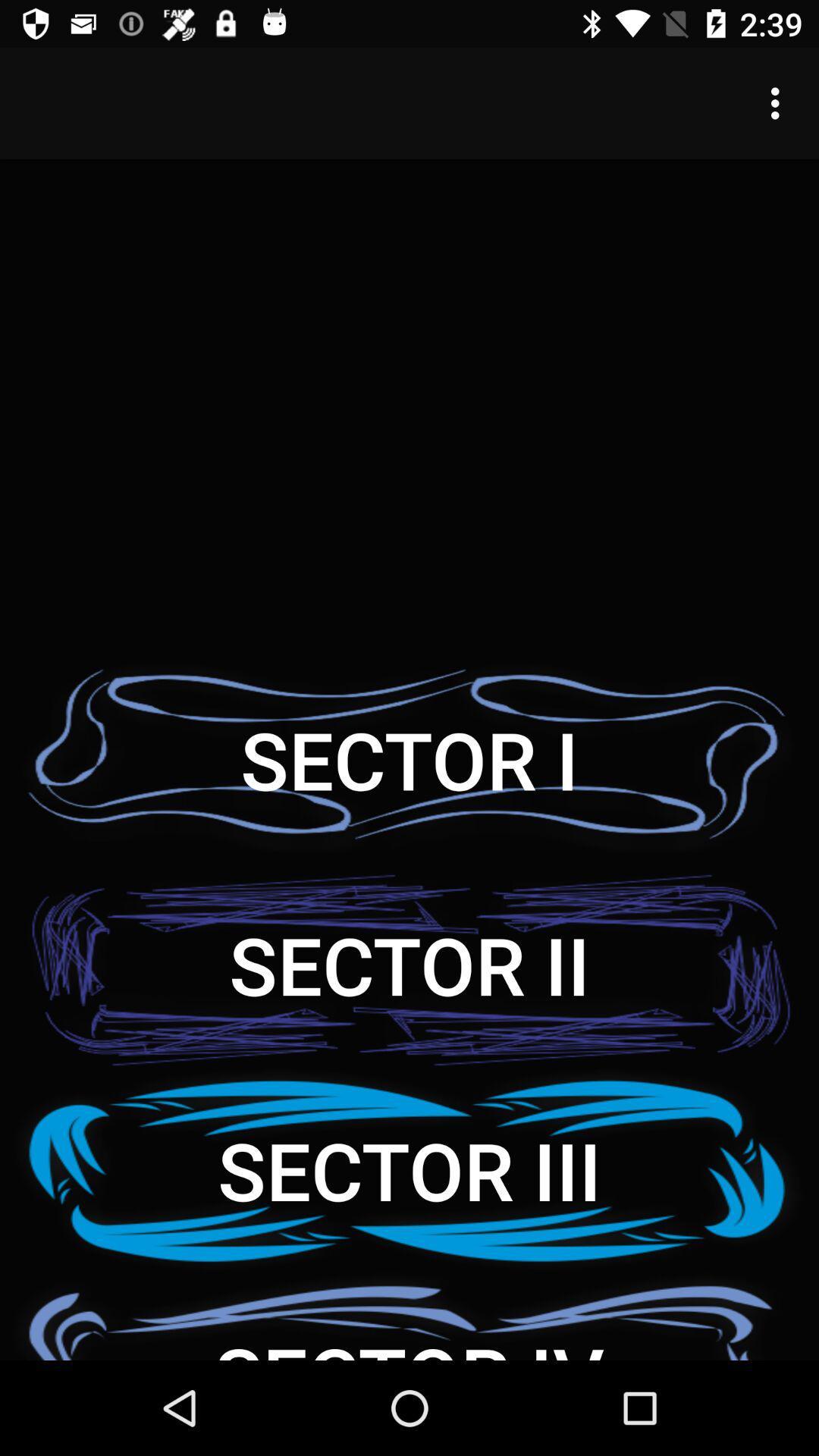 This screenshot has width=819, height=1456. Describe the element at coordinates (409, 1169) in the screenshot. I see `item below the sector ii icon` at that location.